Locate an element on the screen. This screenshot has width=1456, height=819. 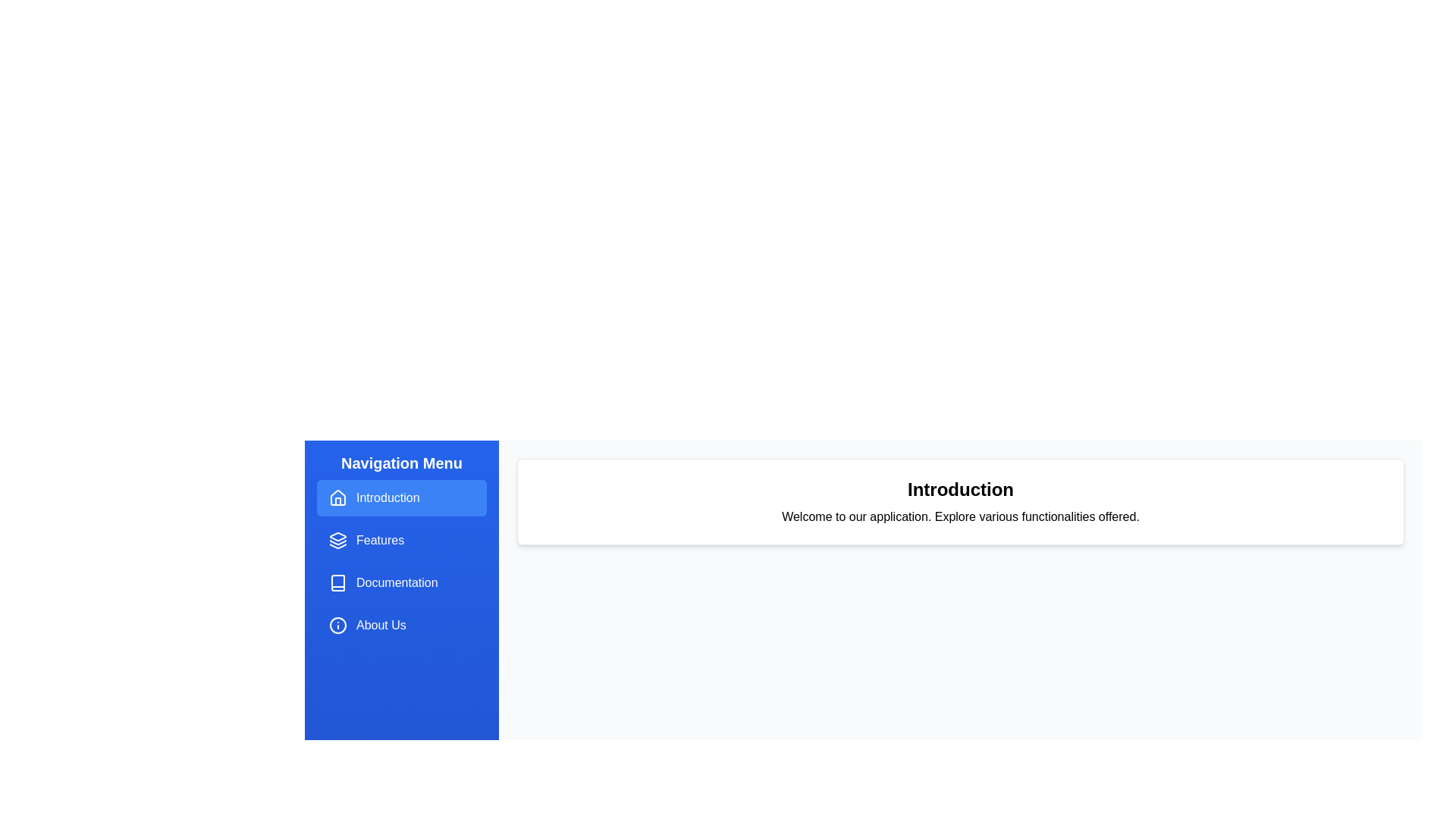
the third Button-like navigation item in the vertical menu is located at coordinates (401, 582).